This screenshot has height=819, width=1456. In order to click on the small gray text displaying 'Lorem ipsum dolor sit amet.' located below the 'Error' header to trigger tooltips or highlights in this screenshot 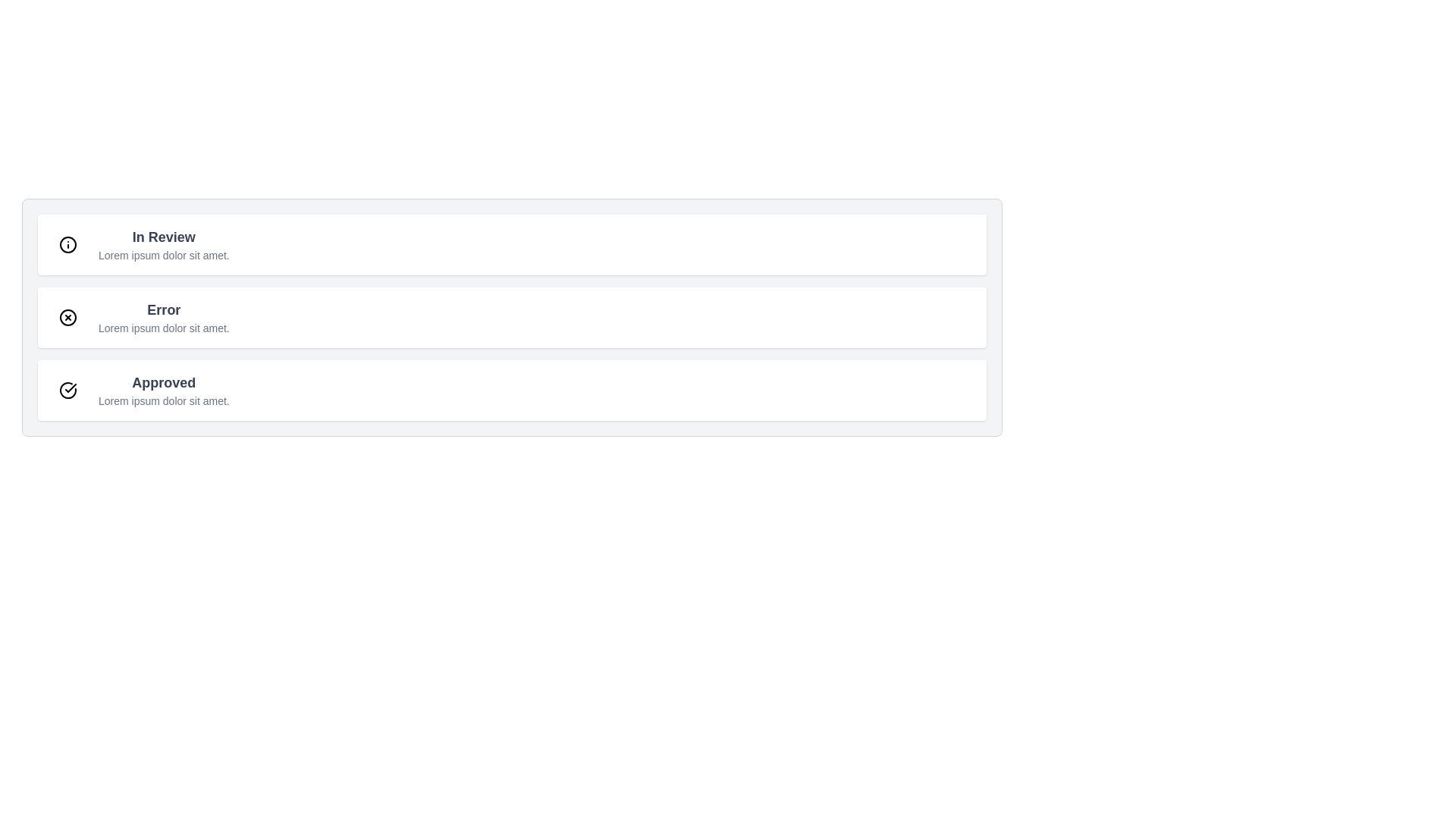, I will do `click(164, 327)`.